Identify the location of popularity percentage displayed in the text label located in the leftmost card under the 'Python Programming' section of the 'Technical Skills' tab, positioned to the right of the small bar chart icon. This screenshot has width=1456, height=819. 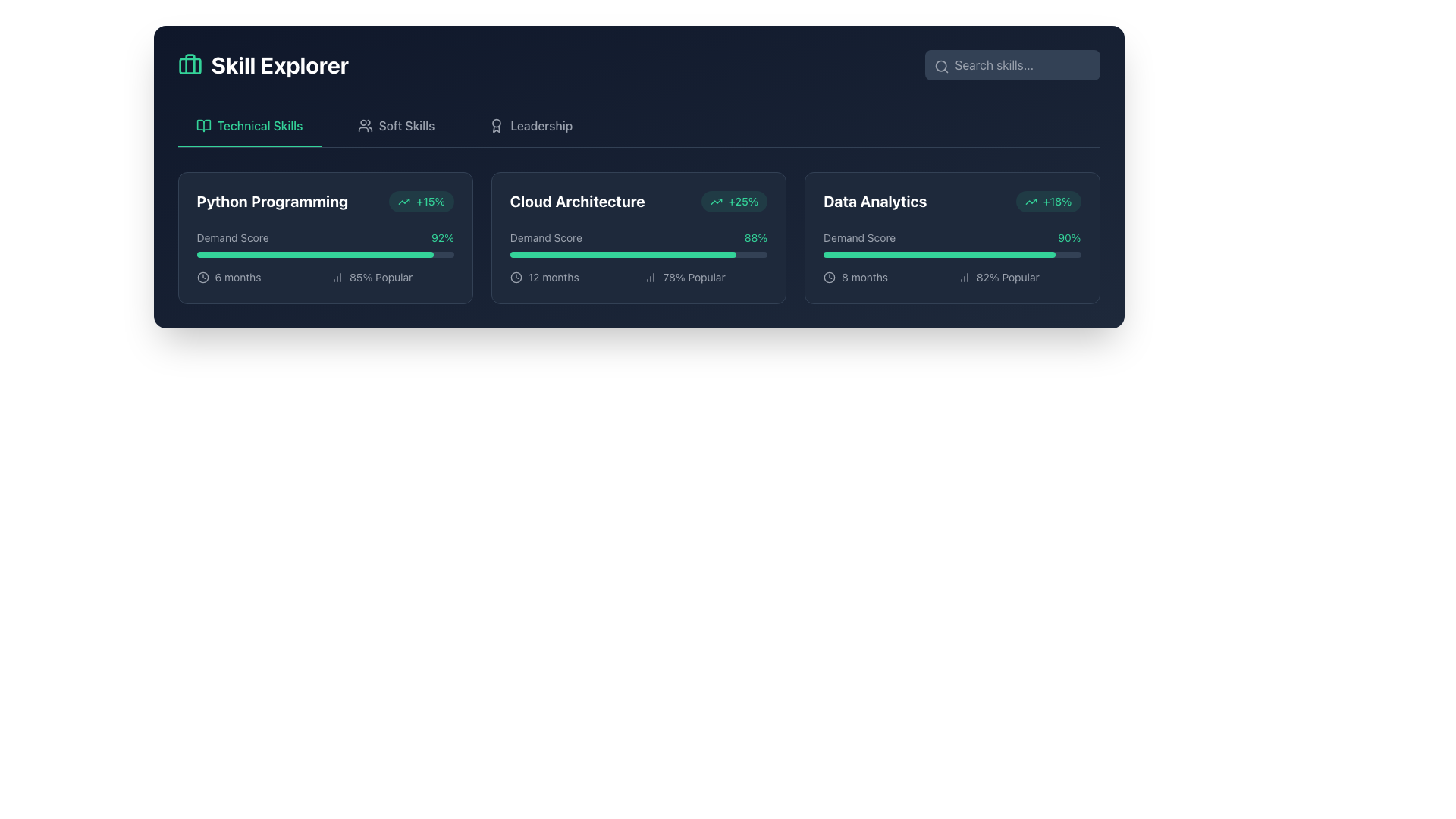
(381, 278).